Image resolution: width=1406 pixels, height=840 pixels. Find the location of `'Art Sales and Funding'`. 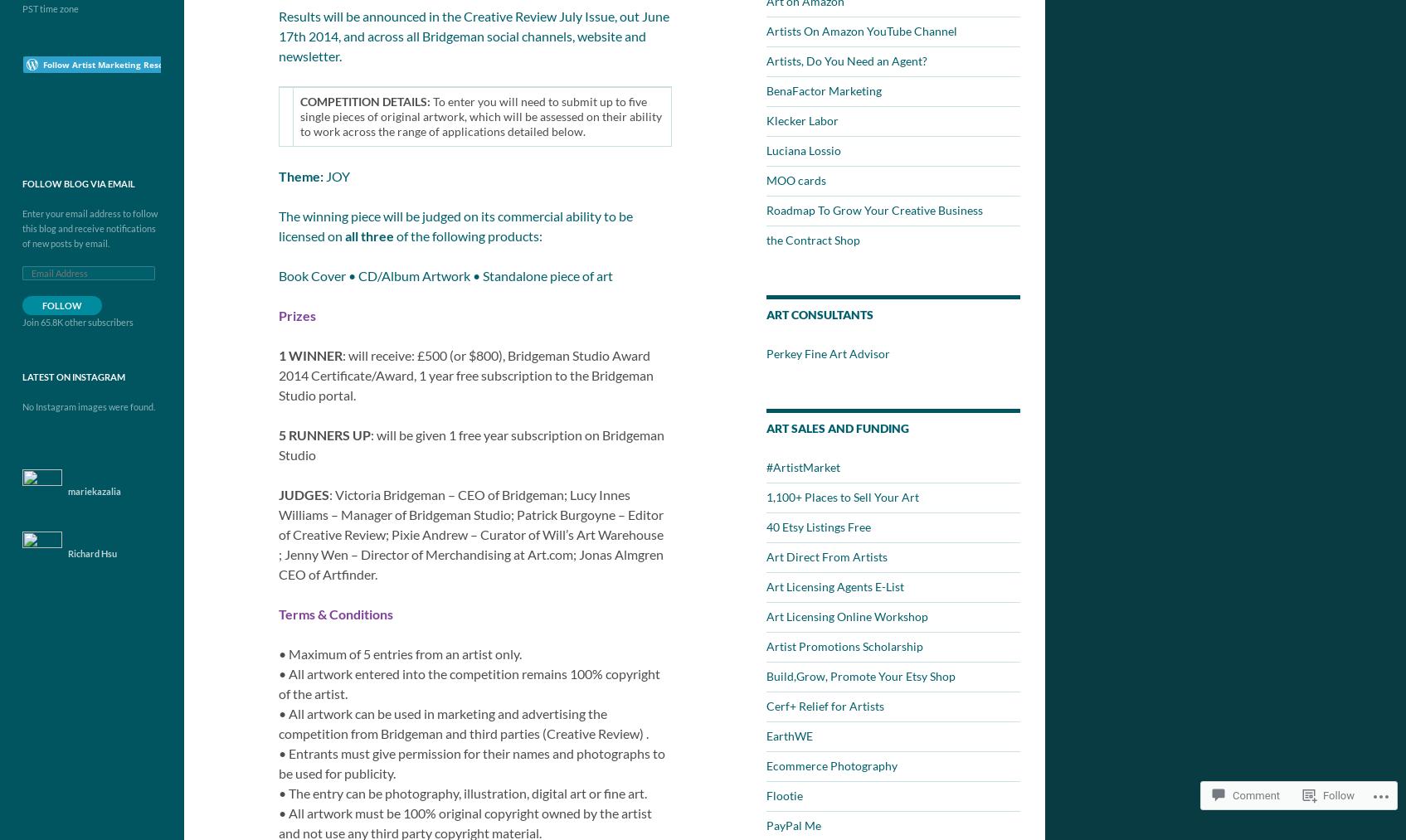

'Art Sales and Funding' is located at coordinates (837, 428).